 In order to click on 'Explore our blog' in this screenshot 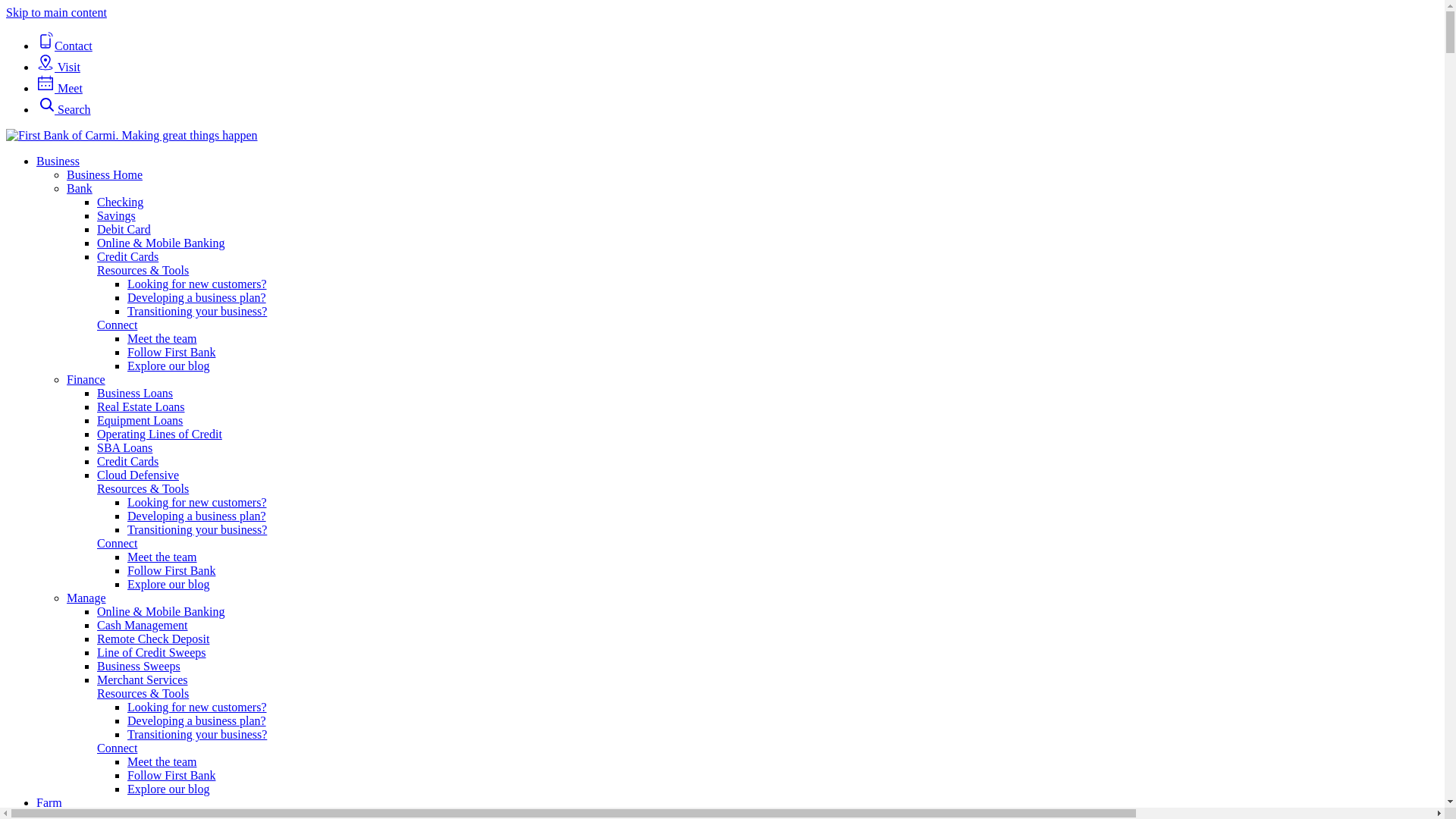, I will do `click(168, 583)`.